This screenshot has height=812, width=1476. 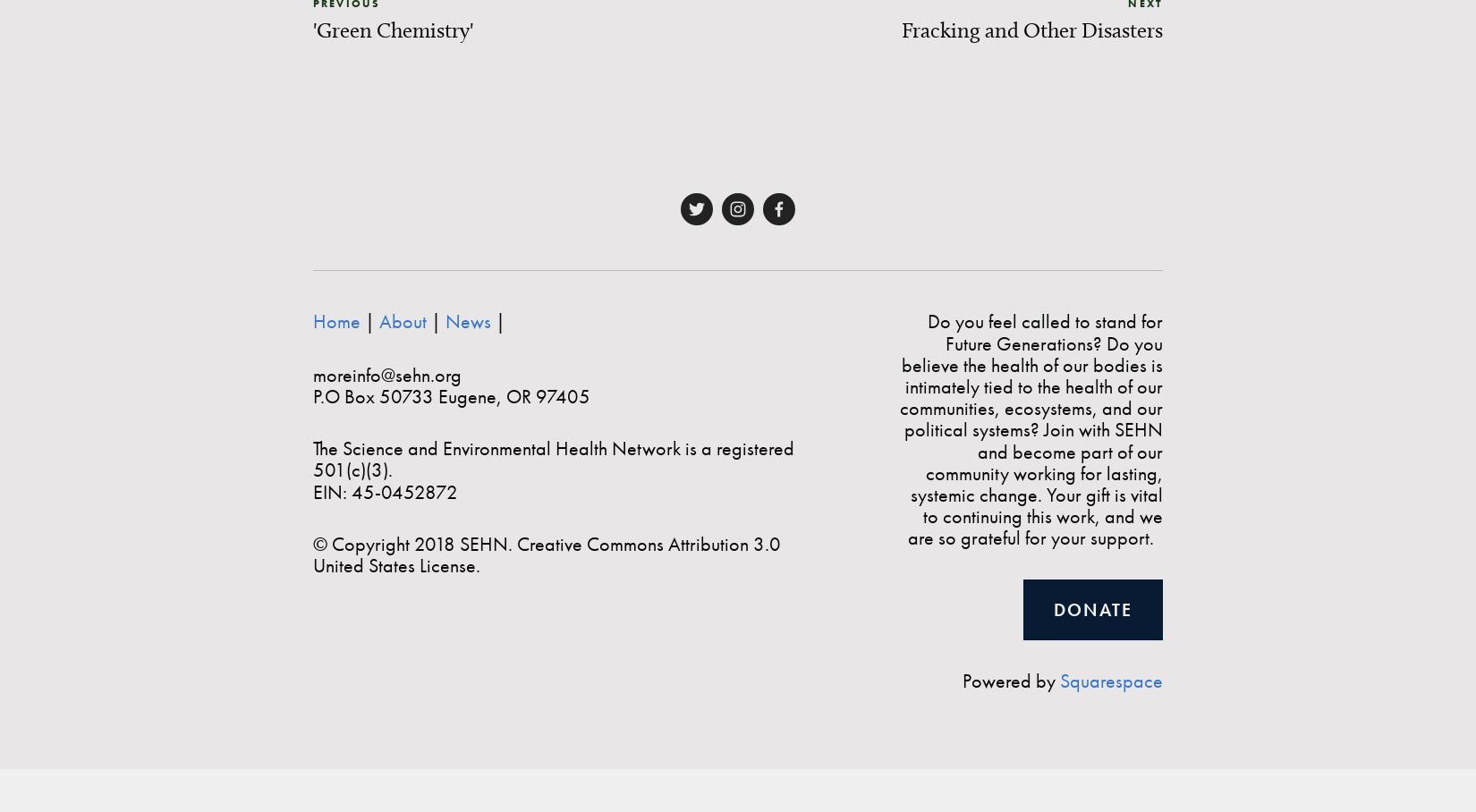 I want to click on 'Do you feel called to stand for Future Generations? Do you believe the health of our bodies is intimately tied to the health of our communities, ecosystems, and our political systems? Join with SEHN and become part of our community working for lasting, systemic change. Your gift is vital to continuing this work, and we are so grateful for your support.', so click(x=1032, y=428).